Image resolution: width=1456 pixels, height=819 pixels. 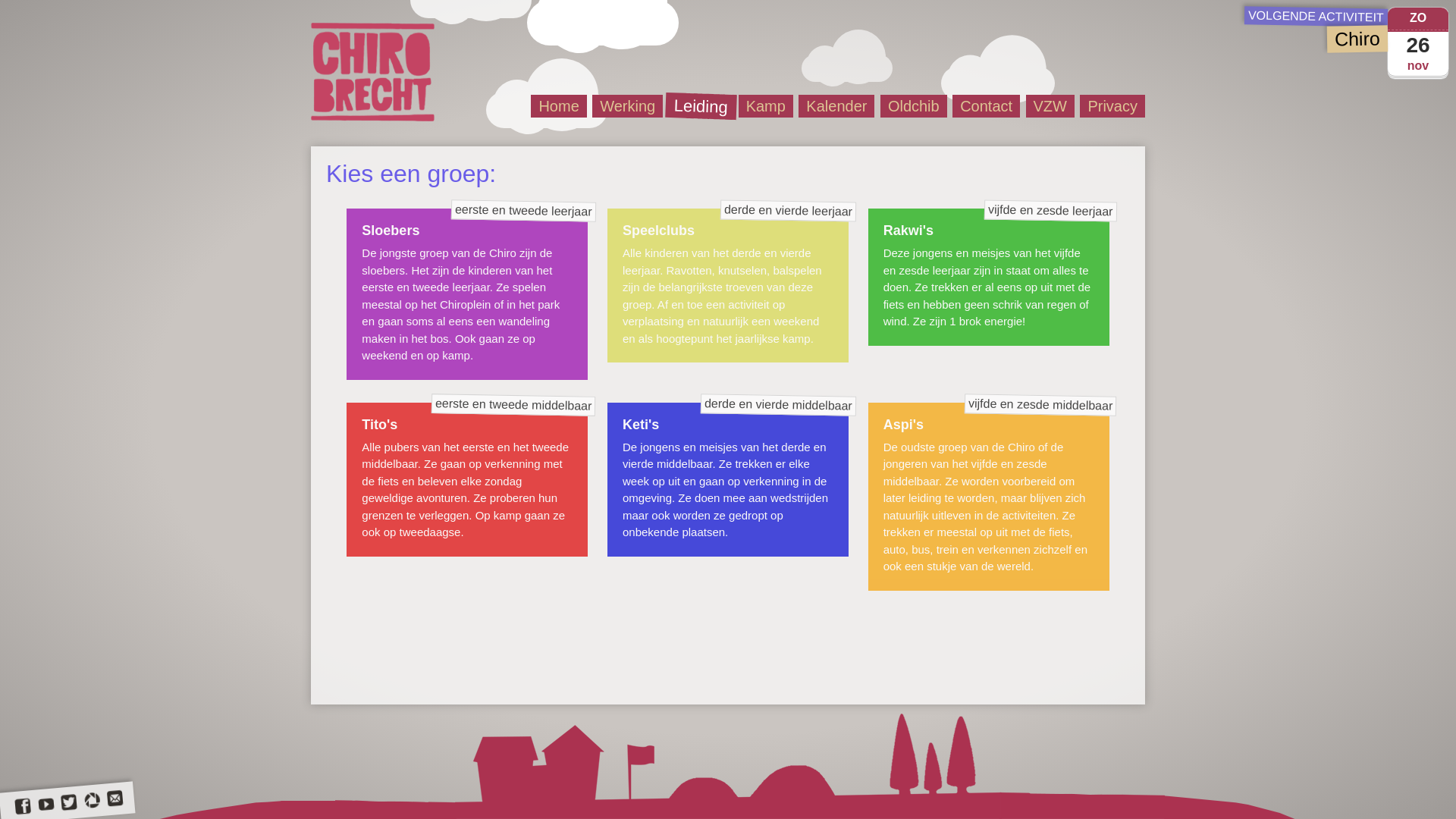 What do you see at coordinates (67, 802) in the screenshot?
I see `'Chiro Brecht op Twitter'` at bounding box center [67, 802].